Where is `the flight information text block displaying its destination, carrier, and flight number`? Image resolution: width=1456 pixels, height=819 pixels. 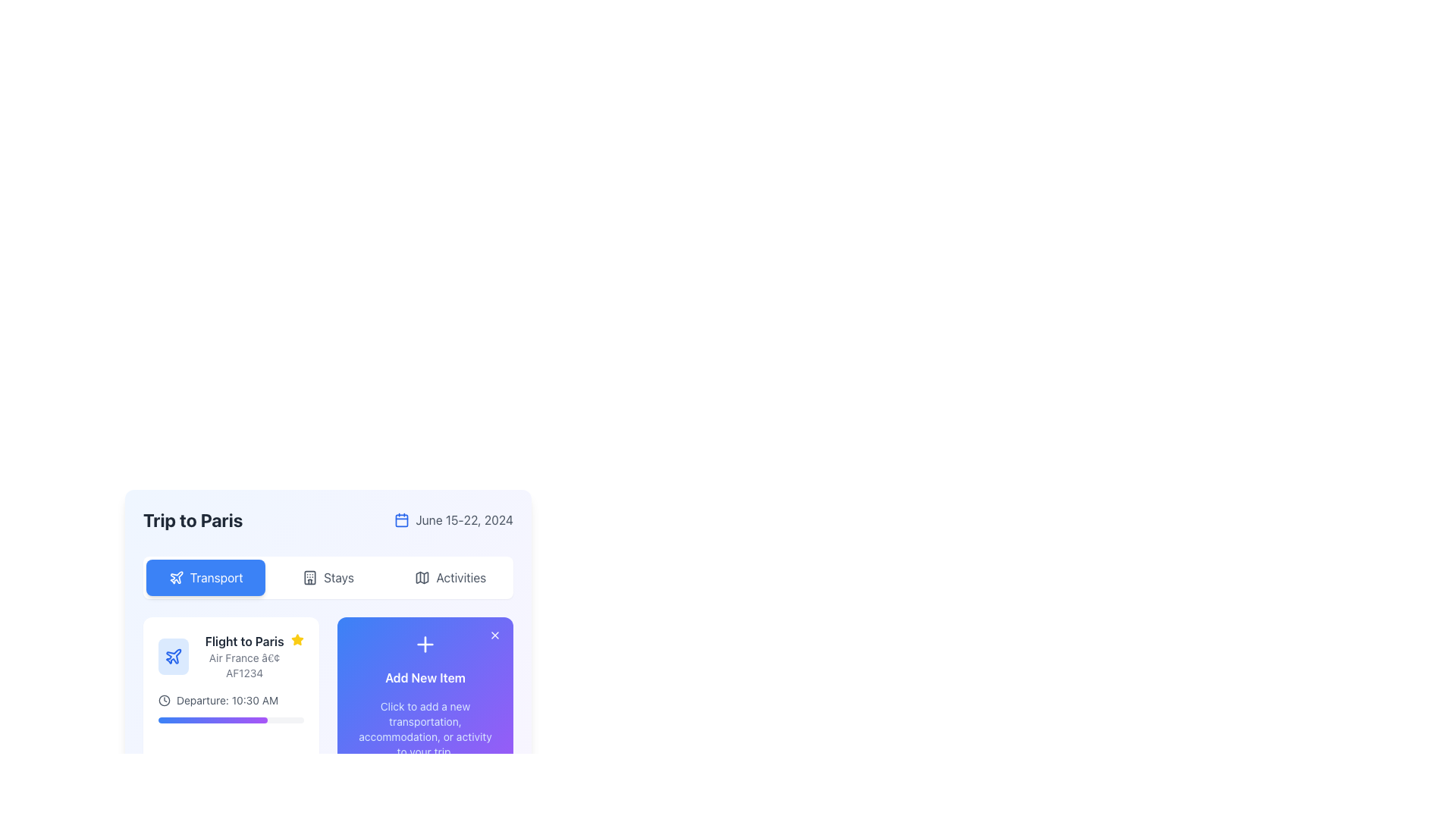
the flight information text block displaying its destination, carrier, and flight number is located at coordinates (224, 656).